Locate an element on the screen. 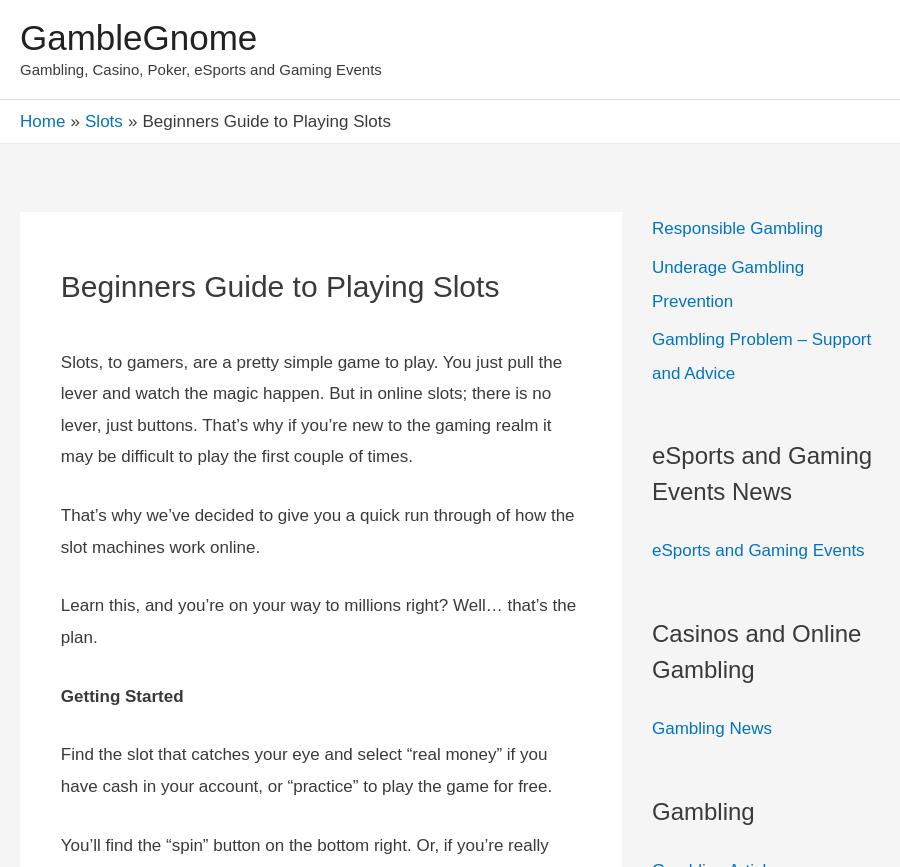  'Responsible Gambling' is located at coordinates (736, 228).